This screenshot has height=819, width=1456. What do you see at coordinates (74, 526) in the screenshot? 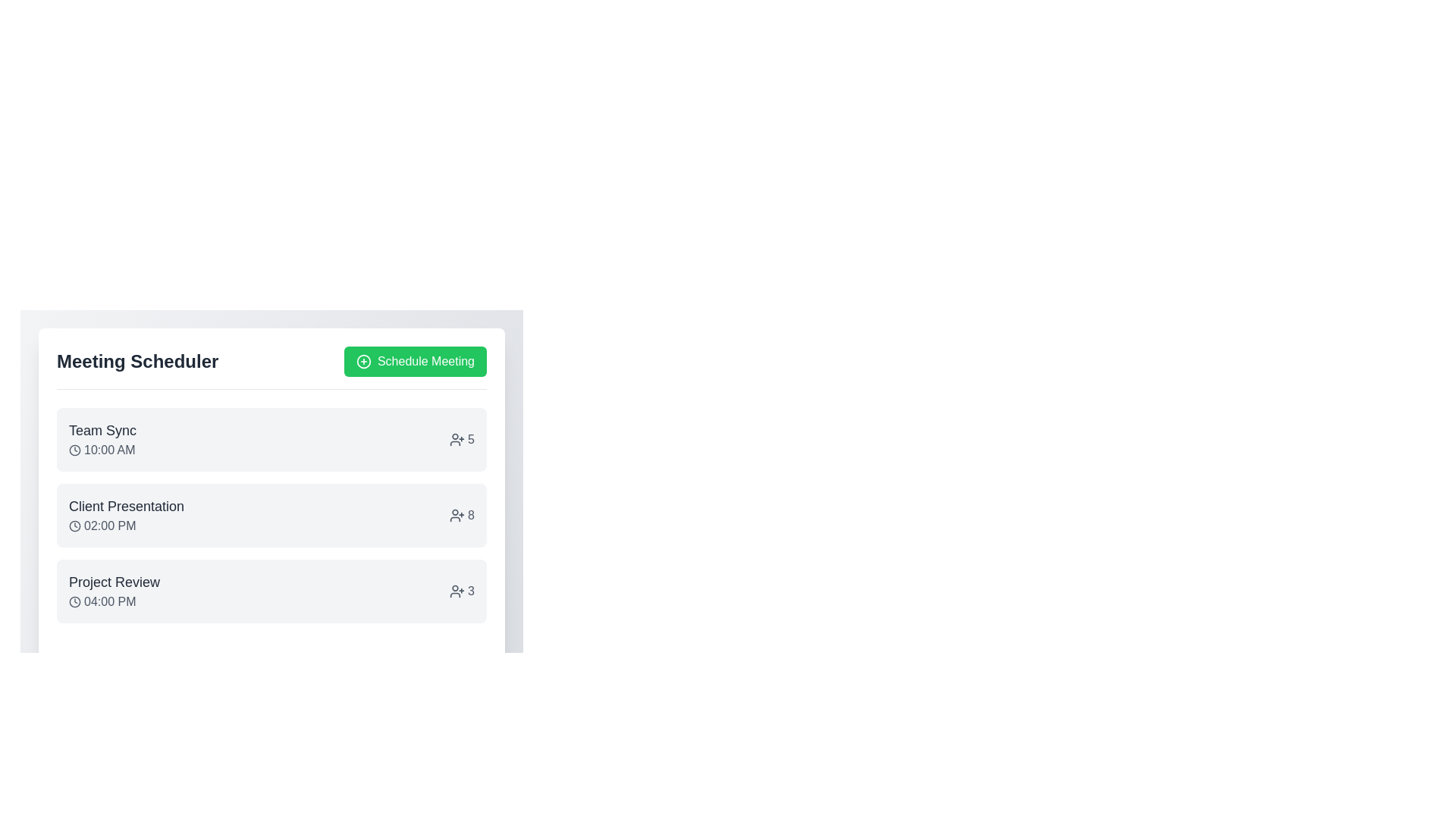
I see `the time icon located to the left of the time label '02:00 PM' in the 'Client Presentation' row for visual guidance` at bounding box center [74, 526].